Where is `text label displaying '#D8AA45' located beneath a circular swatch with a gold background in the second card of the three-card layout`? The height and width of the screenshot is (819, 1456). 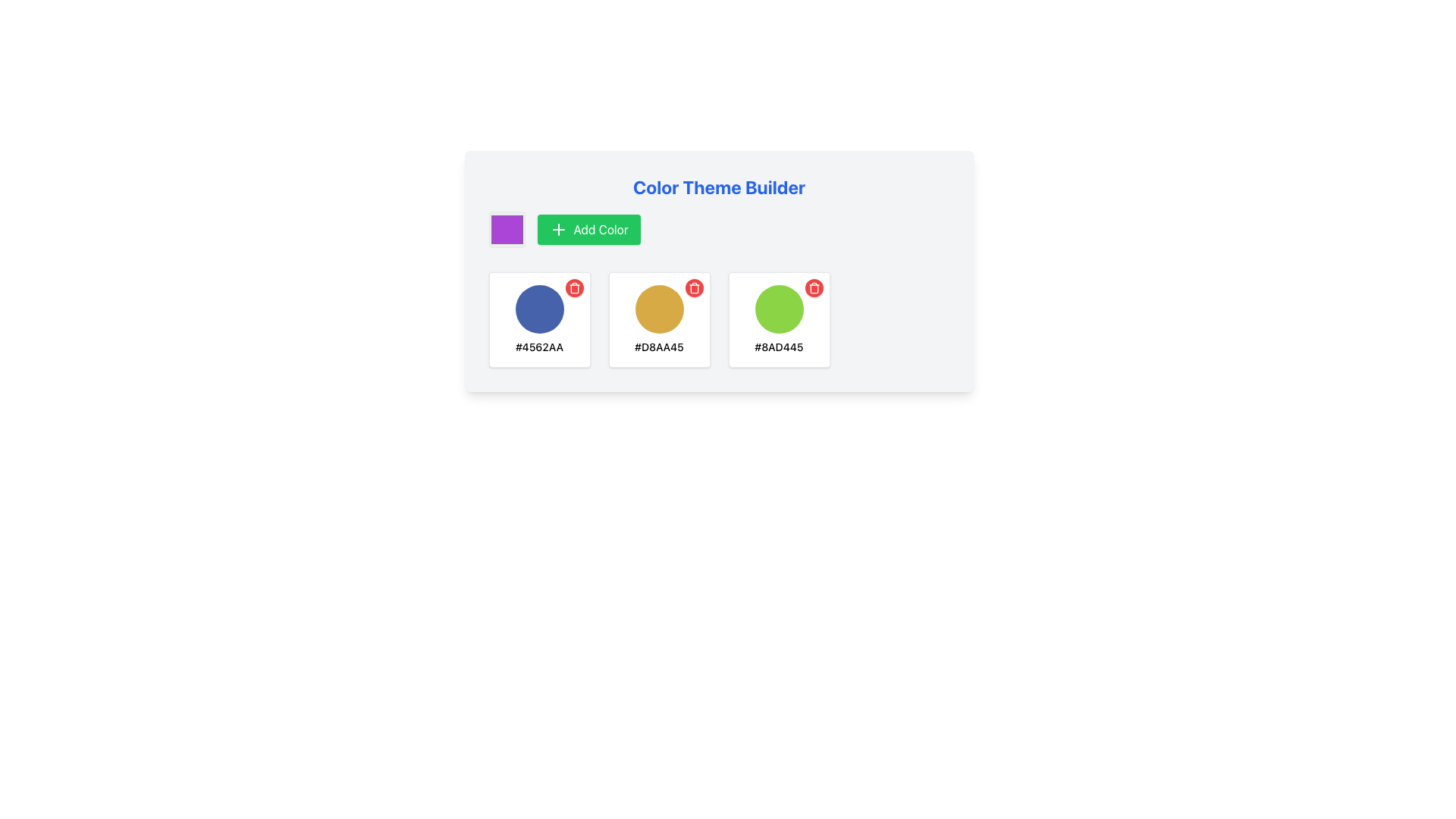
text label displaying '#D8AA45' located beneath a circular swatch with a gold background in the second card of the three-card layout is located at coordinates (659, 347).